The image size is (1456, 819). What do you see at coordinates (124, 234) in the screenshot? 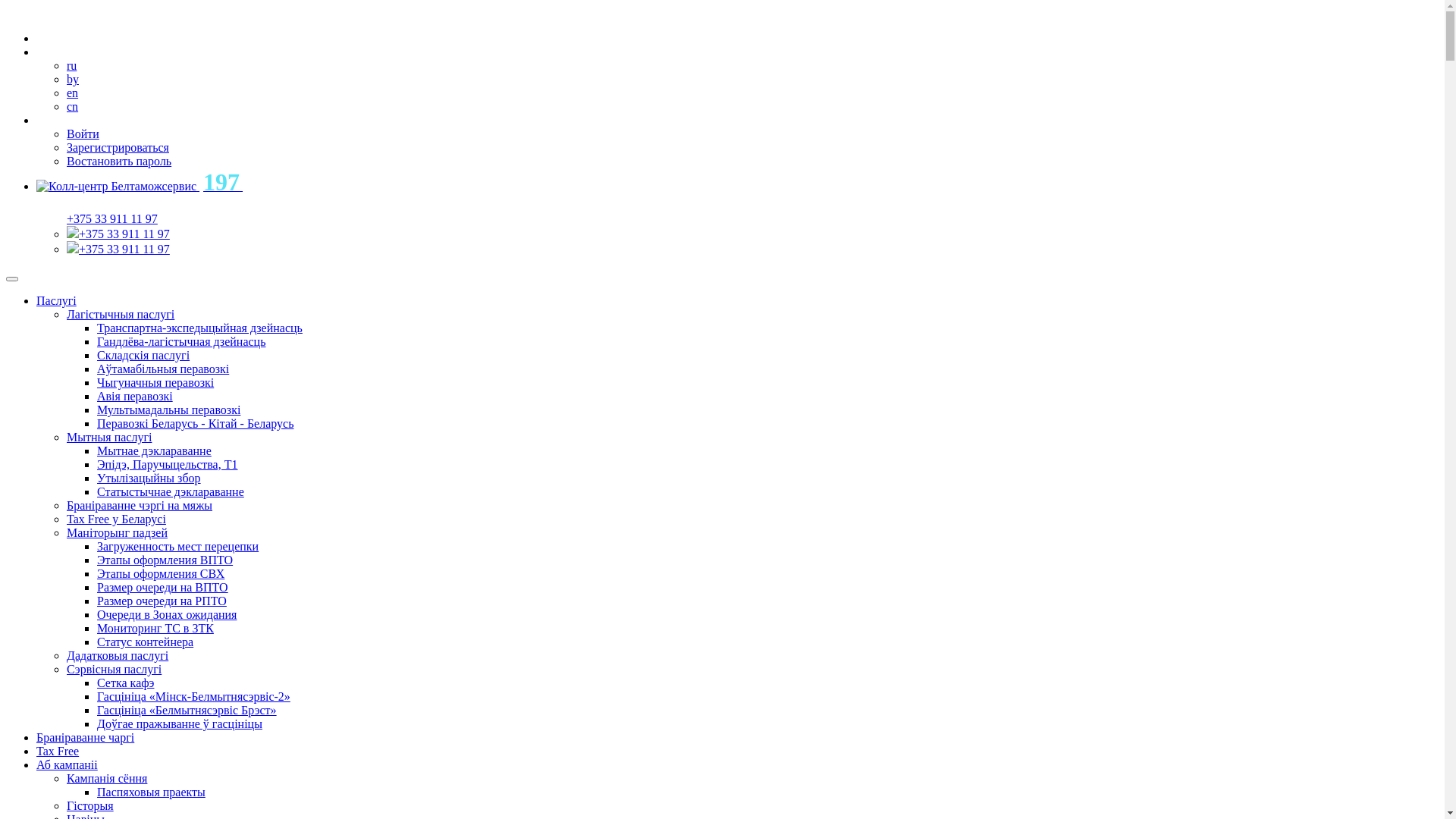
I see `'+375 33 911 11 97'` at bounding box center [124, 234].